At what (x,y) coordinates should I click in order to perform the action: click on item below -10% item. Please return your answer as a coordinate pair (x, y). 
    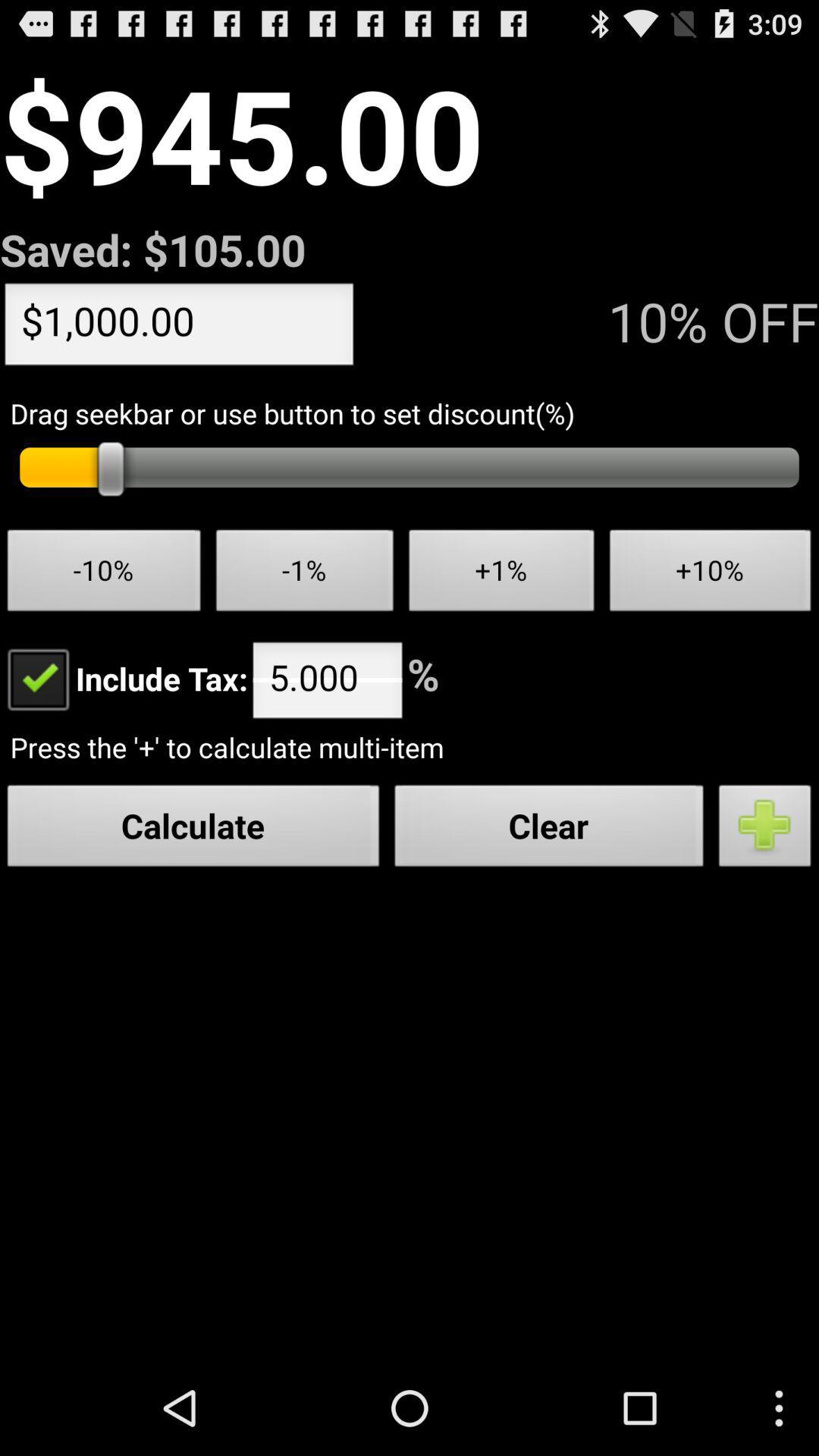
    Looking at the image, I should click on (123, 677).